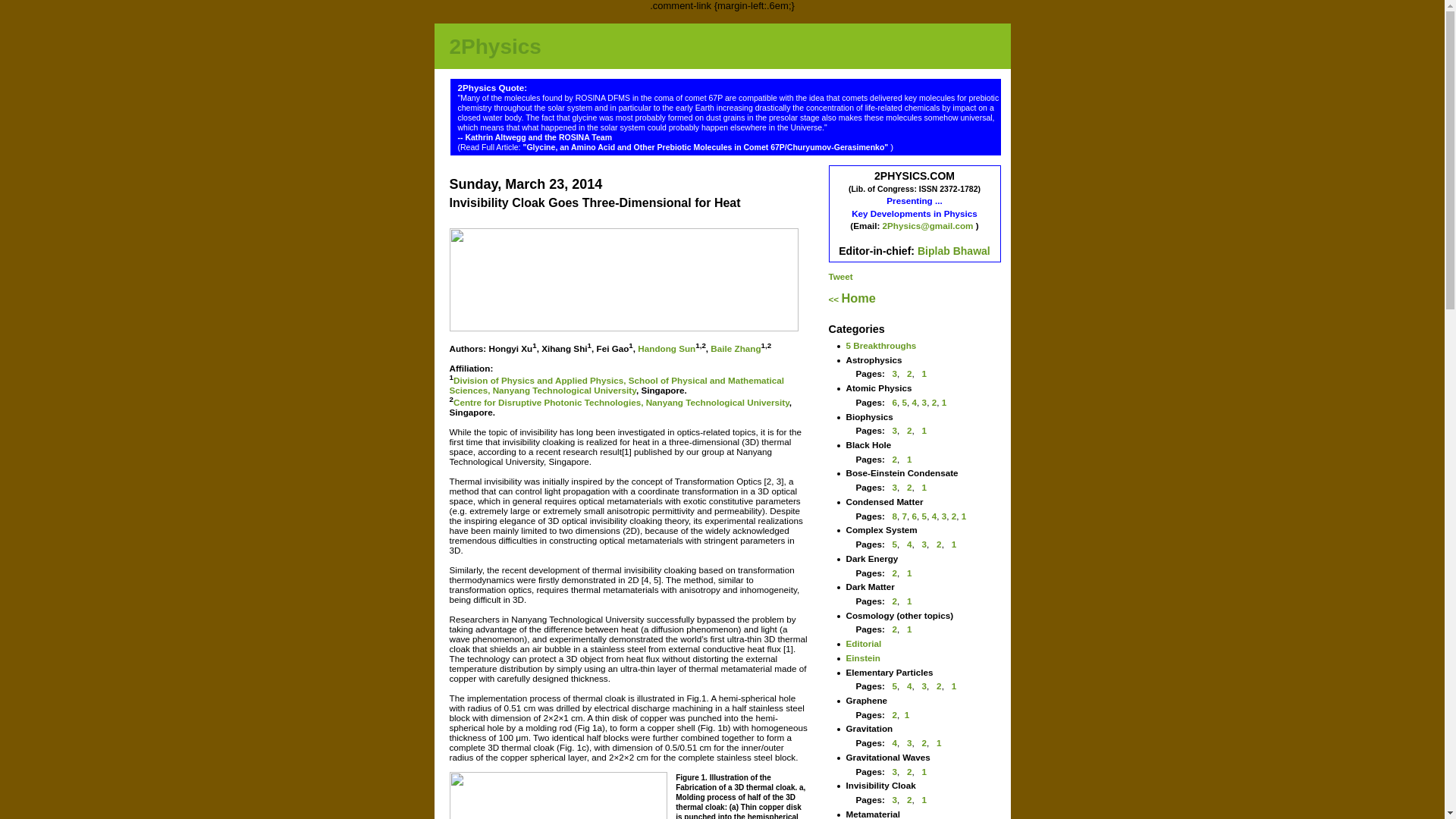  I want to click on '2', so click(909, 373).